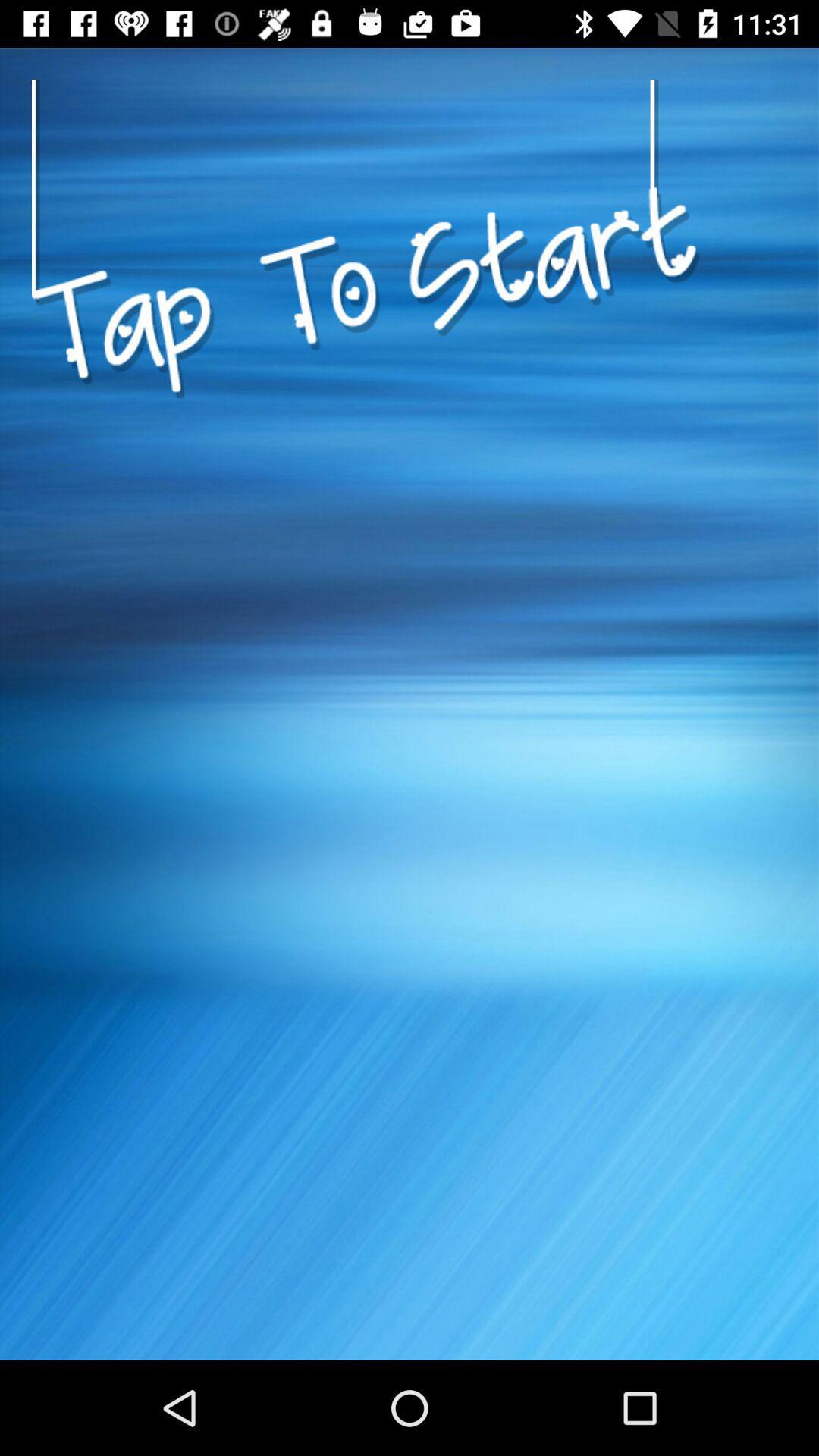 This screenshot has height=1456, width=819. What do you see at coordinates (366, 465) in the screenshot?
I see `start the app button` at bounding box center [366, 465].